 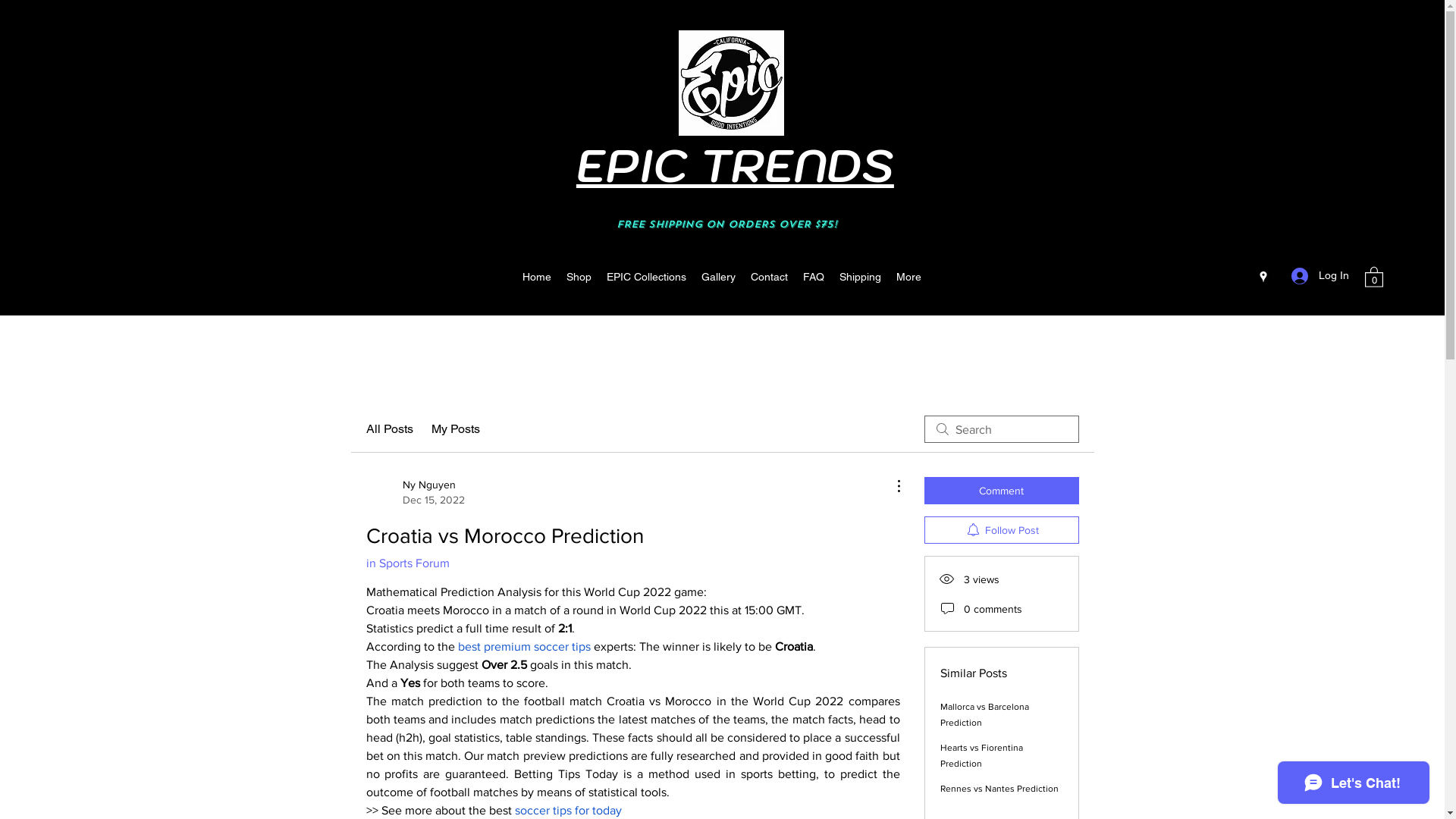 What do you see at coordinates (984, 714) in the screenshot?
I see `'Mallorca vs Barcelona Prediction'` at bounding box center [984, 714].